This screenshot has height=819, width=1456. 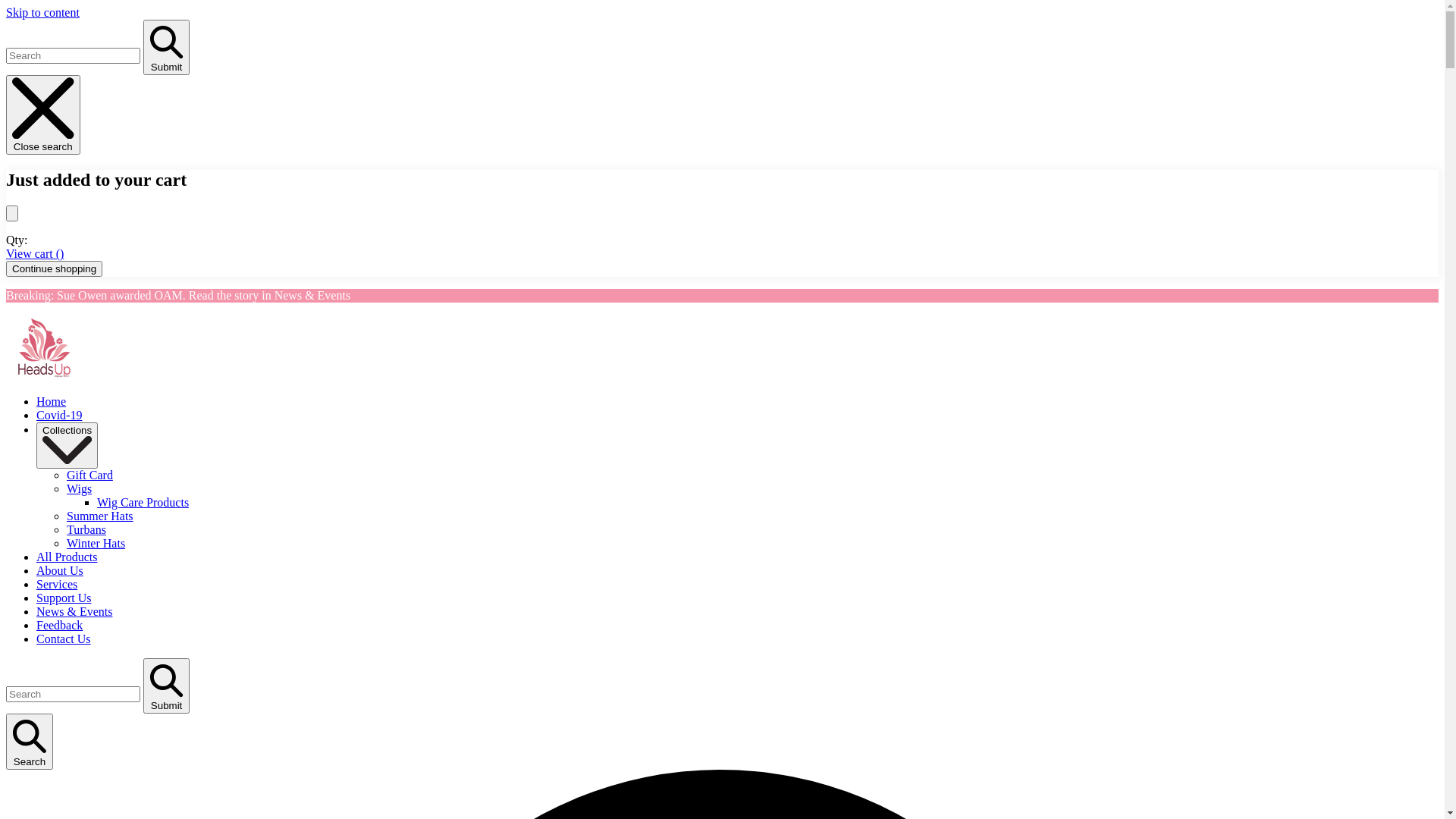 I want to click on 'Gift Card', so click(x=65, y=474).